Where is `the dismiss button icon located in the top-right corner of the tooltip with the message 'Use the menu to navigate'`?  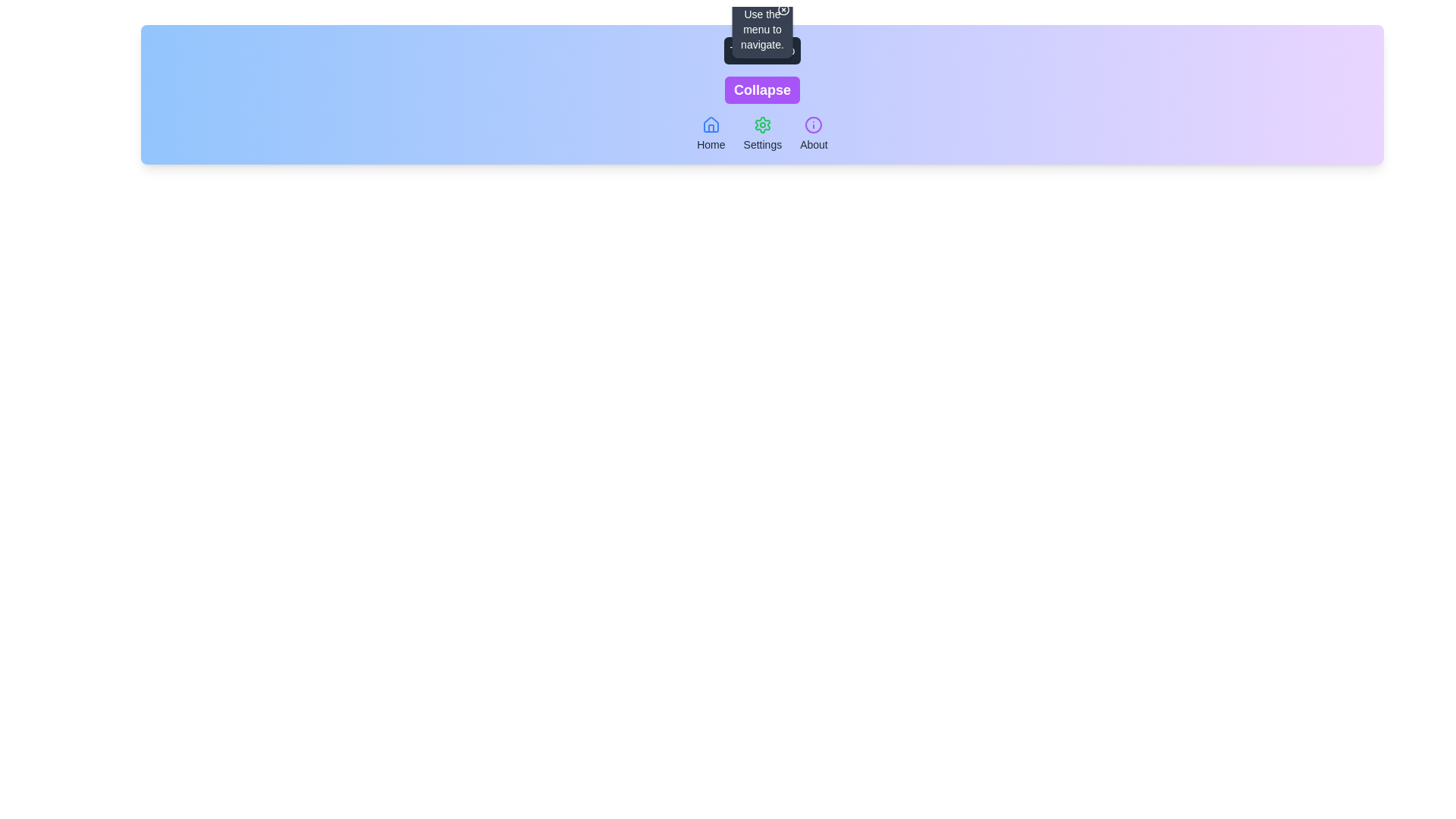
the dismiss button icon located in the top-right corner of the tooltip with the message 'Use the menu to navigate' is located at coordinates (783, 9).